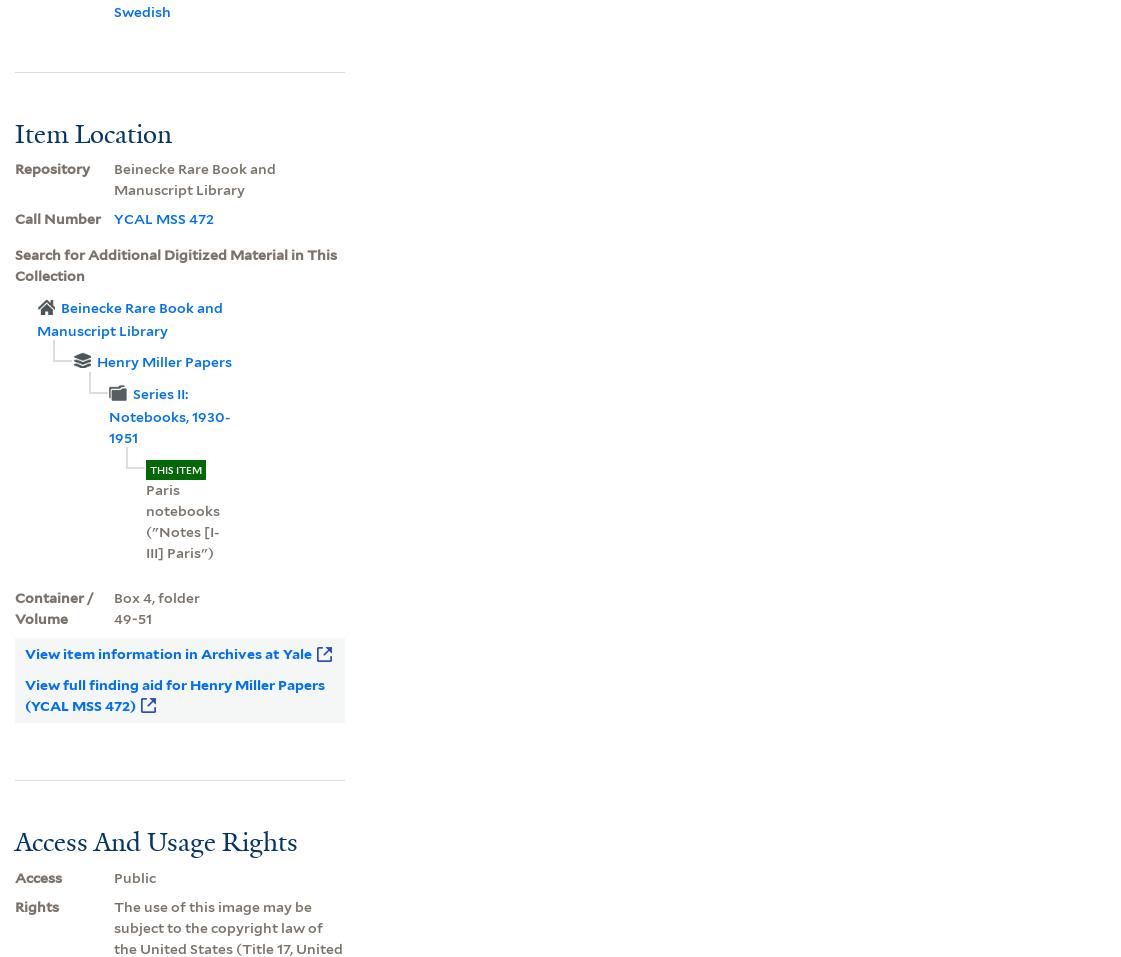 This screenshot has width=1121, height=957. Describe the element at coordinates (155, 840) in the screenshot. I see `'Access And Usage Rights'` at that location.